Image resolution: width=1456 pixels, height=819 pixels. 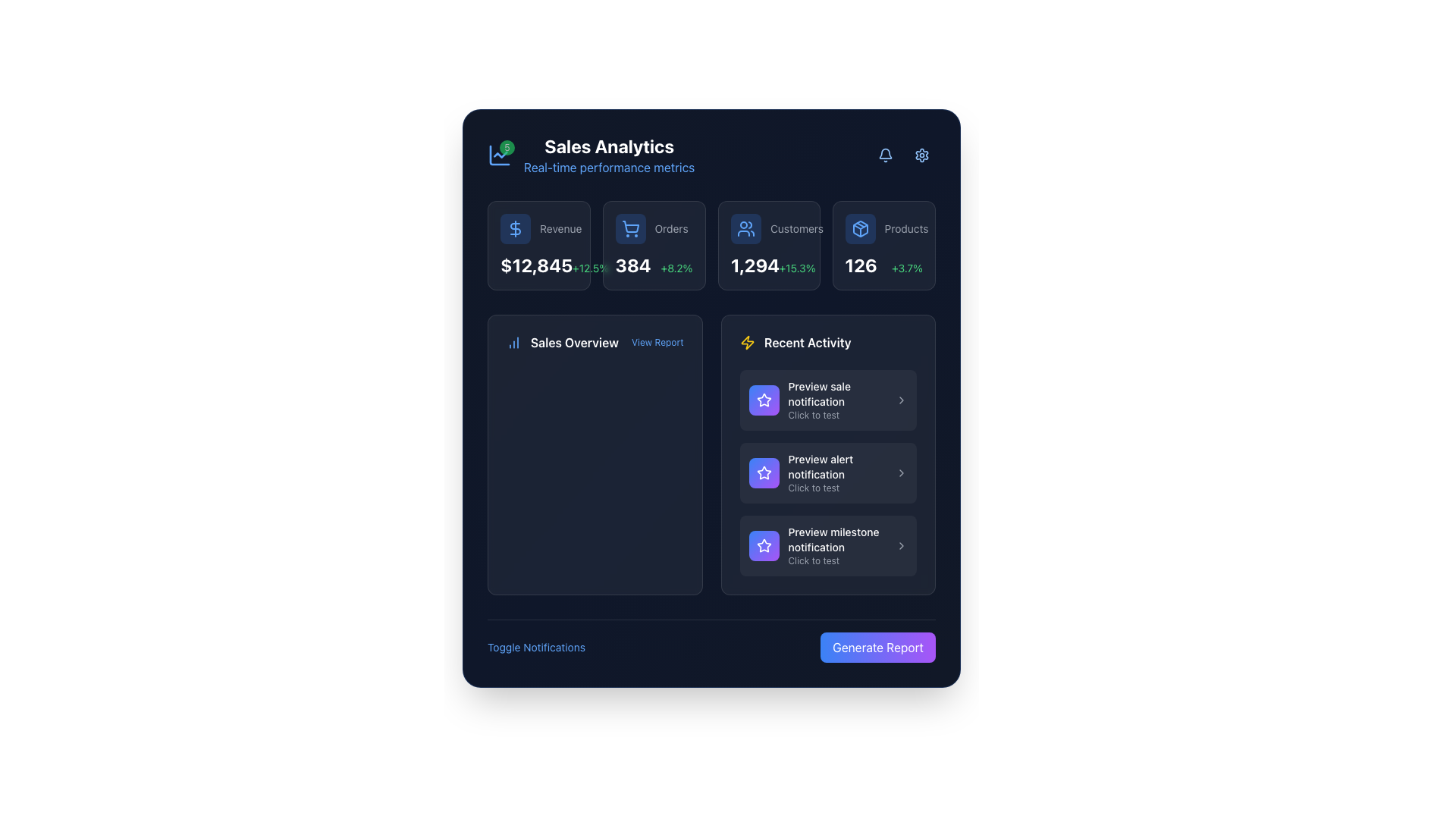 I want to click on the stylized star icon located in the 'Recent Activity' section, which is associated with the 'Preview milestone notification' item, to potentially interact with it, so click(x=764, y=399).